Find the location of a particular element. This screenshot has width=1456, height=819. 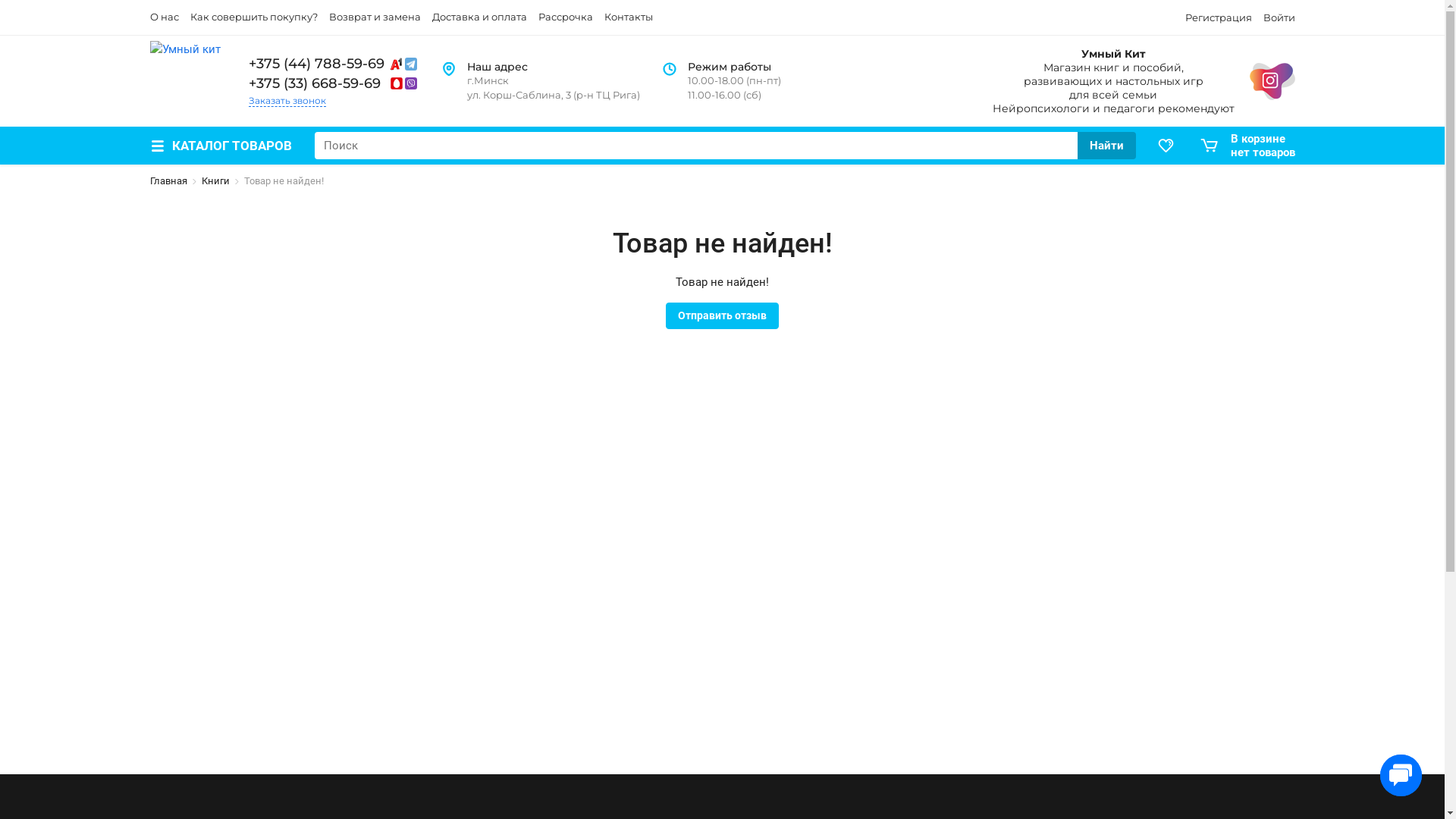

'+375 (44) 788-59-69' is located at coordinates (333, 63).